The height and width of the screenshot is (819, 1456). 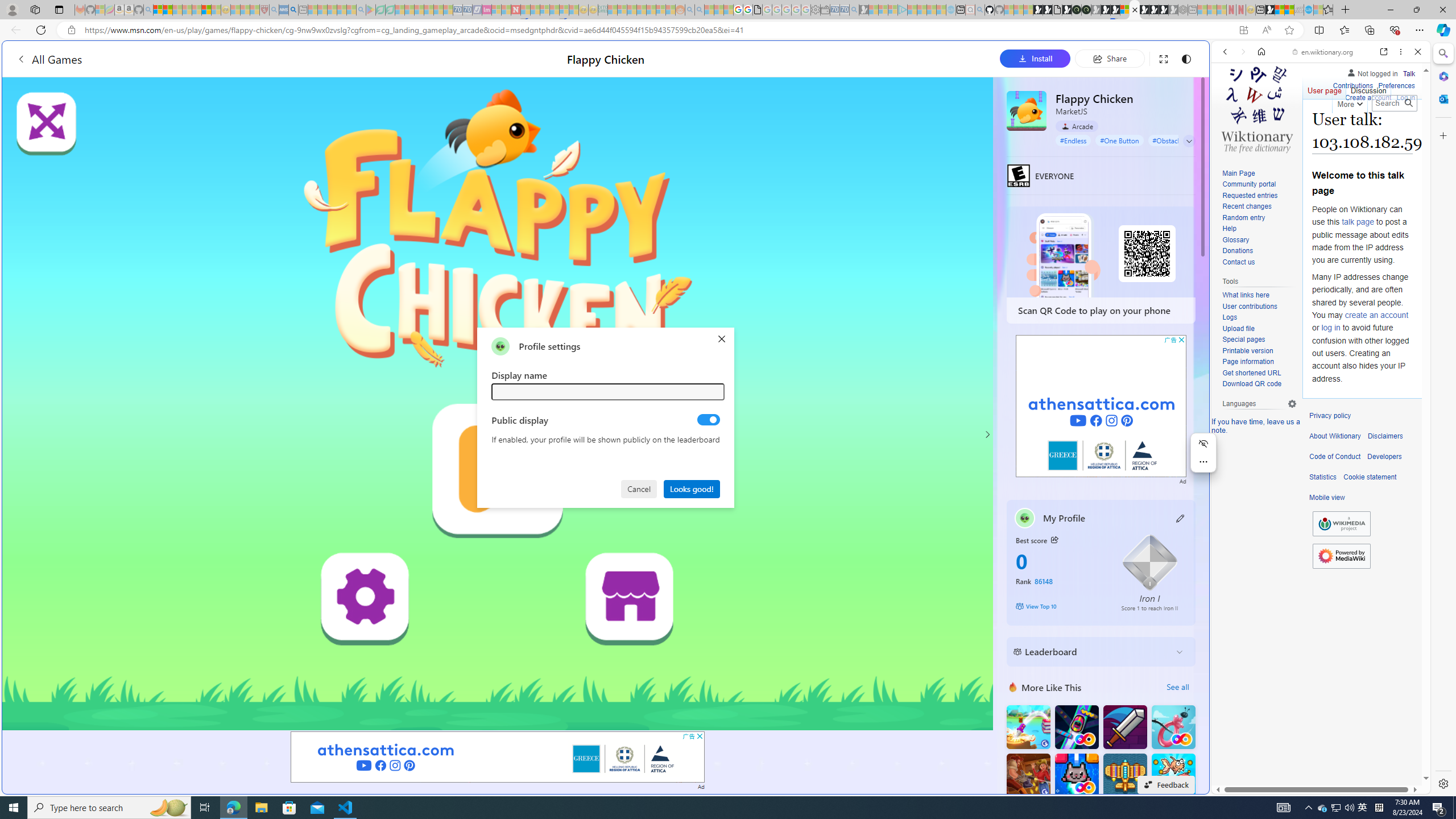 I want to click on 'Kinda Frugal - MSN - Sleeping', so click(x=651, y=9).